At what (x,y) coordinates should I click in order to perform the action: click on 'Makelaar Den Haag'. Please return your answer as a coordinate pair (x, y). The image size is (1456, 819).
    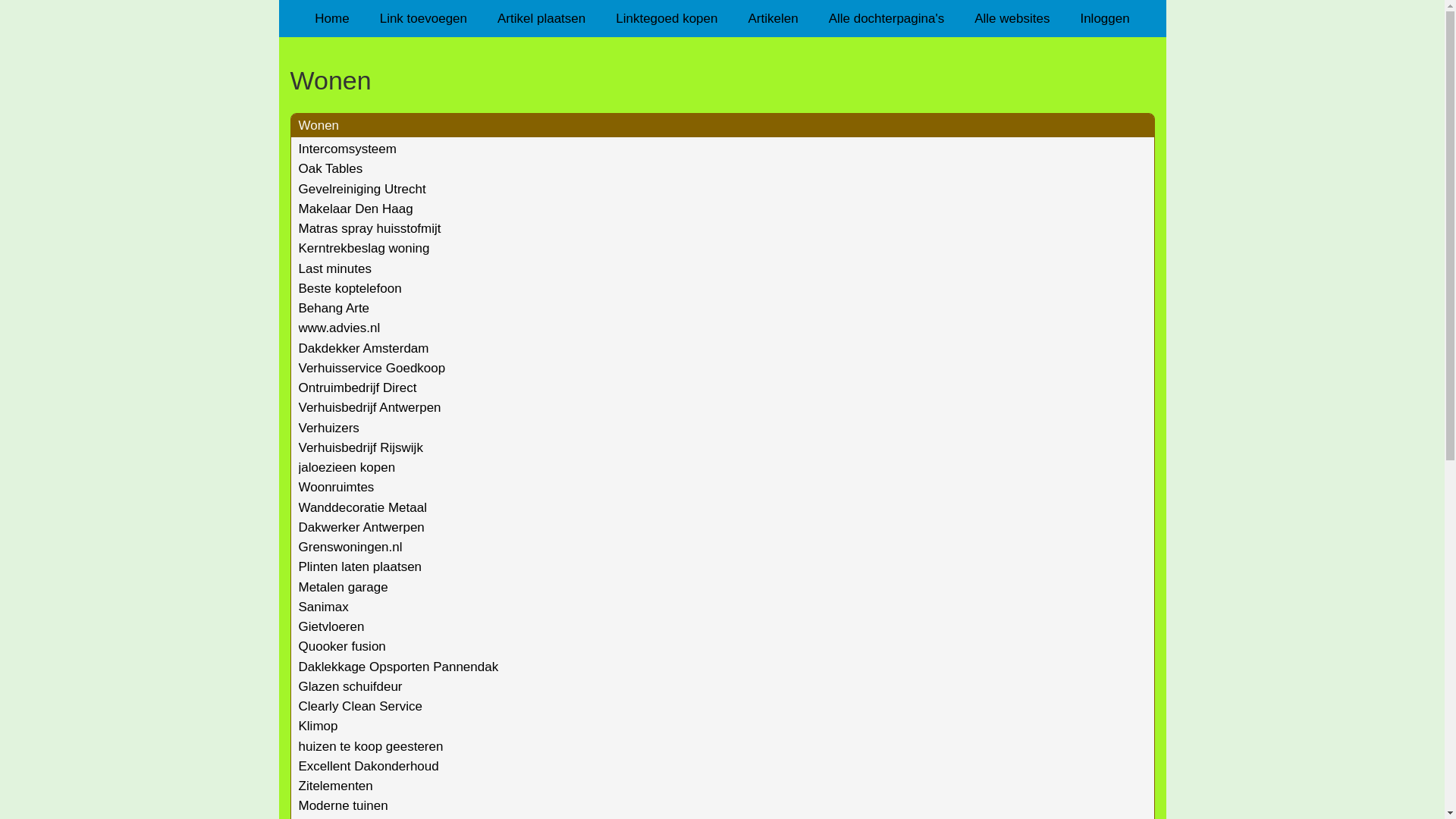
    Looking at the image, I should click on (355, 209).